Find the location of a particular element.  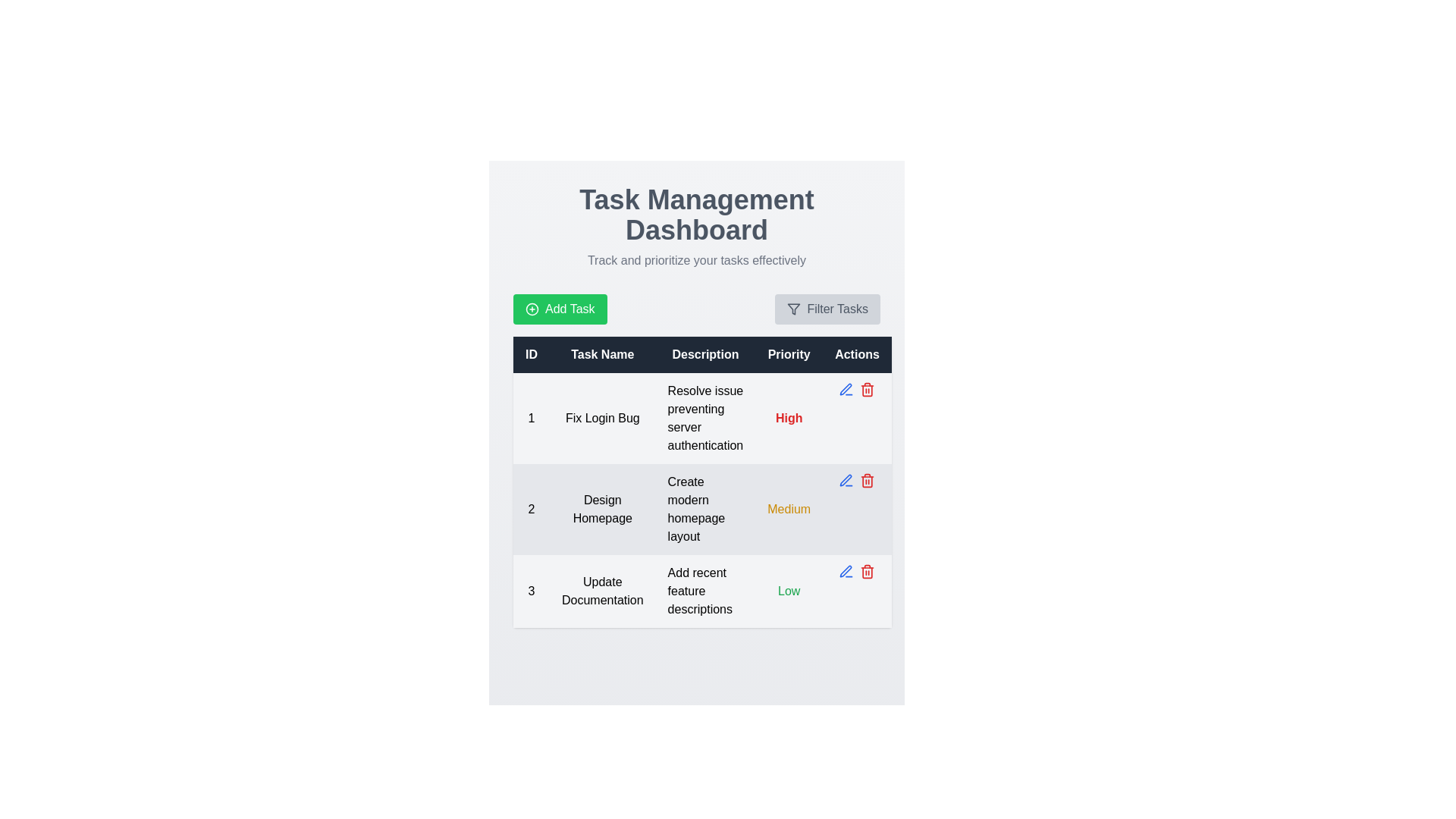

the red trash bin icon in the Interactive group under the 'Actions' column for the 'Update Documentation' row is located at coordinates (857, 571).